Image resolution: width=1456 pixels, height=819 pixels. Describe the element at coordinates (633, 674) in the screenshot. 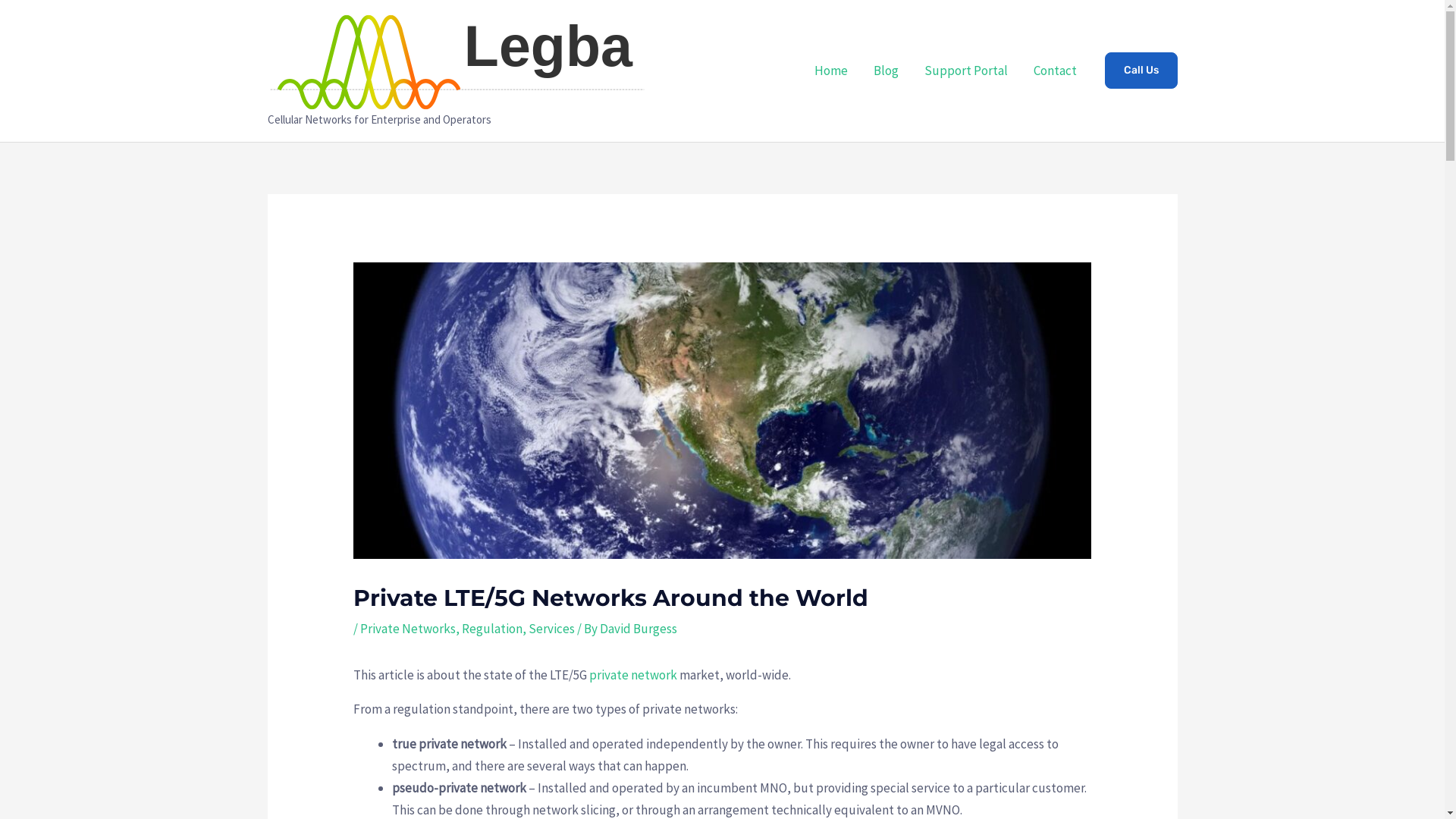

I see `'private network'` at that location.